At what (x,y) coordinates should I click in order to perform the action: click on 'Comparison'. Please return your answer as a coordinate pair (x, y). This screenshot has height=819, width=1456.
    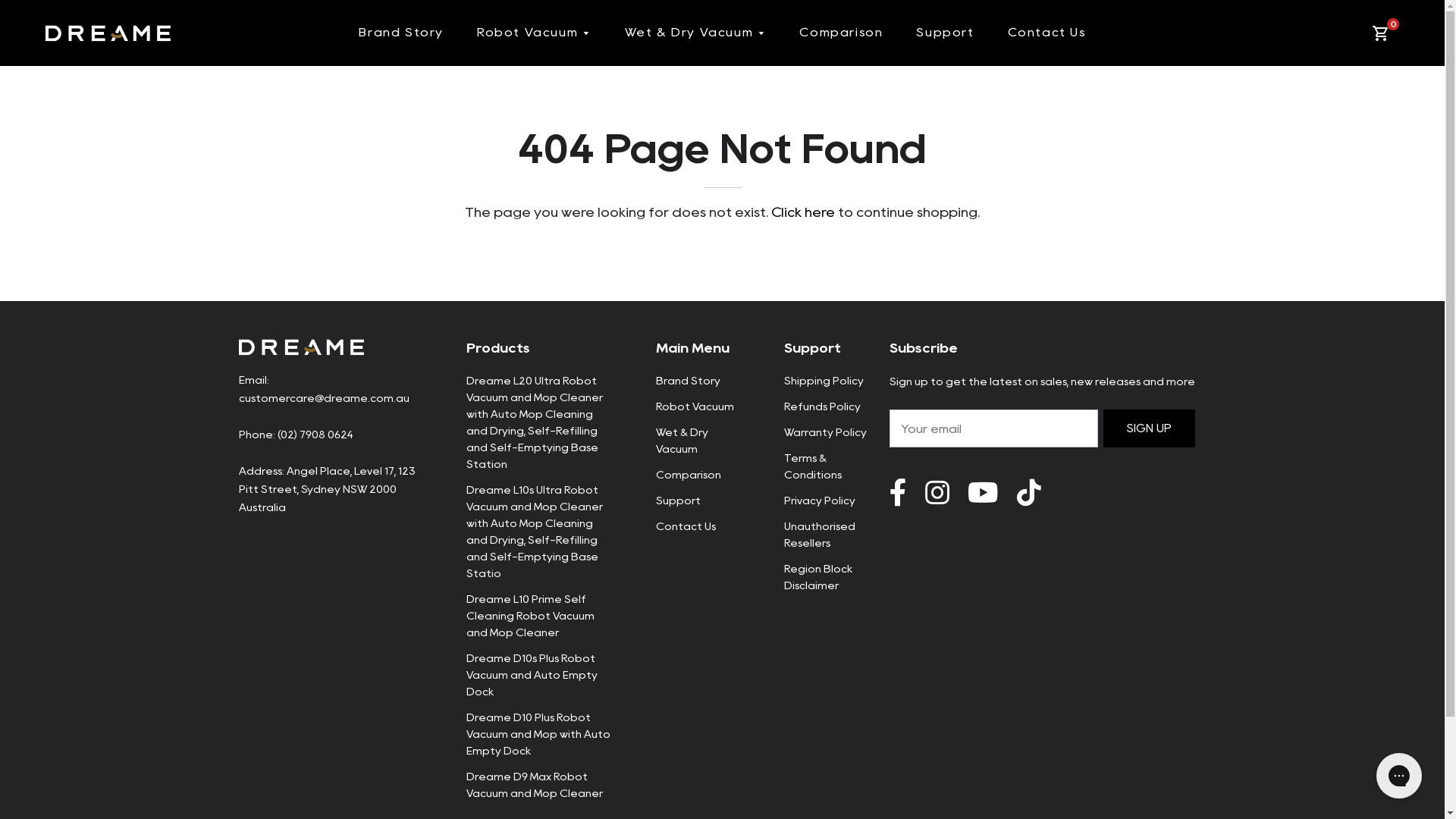
    Looking at the image, I should click on (839, 32).